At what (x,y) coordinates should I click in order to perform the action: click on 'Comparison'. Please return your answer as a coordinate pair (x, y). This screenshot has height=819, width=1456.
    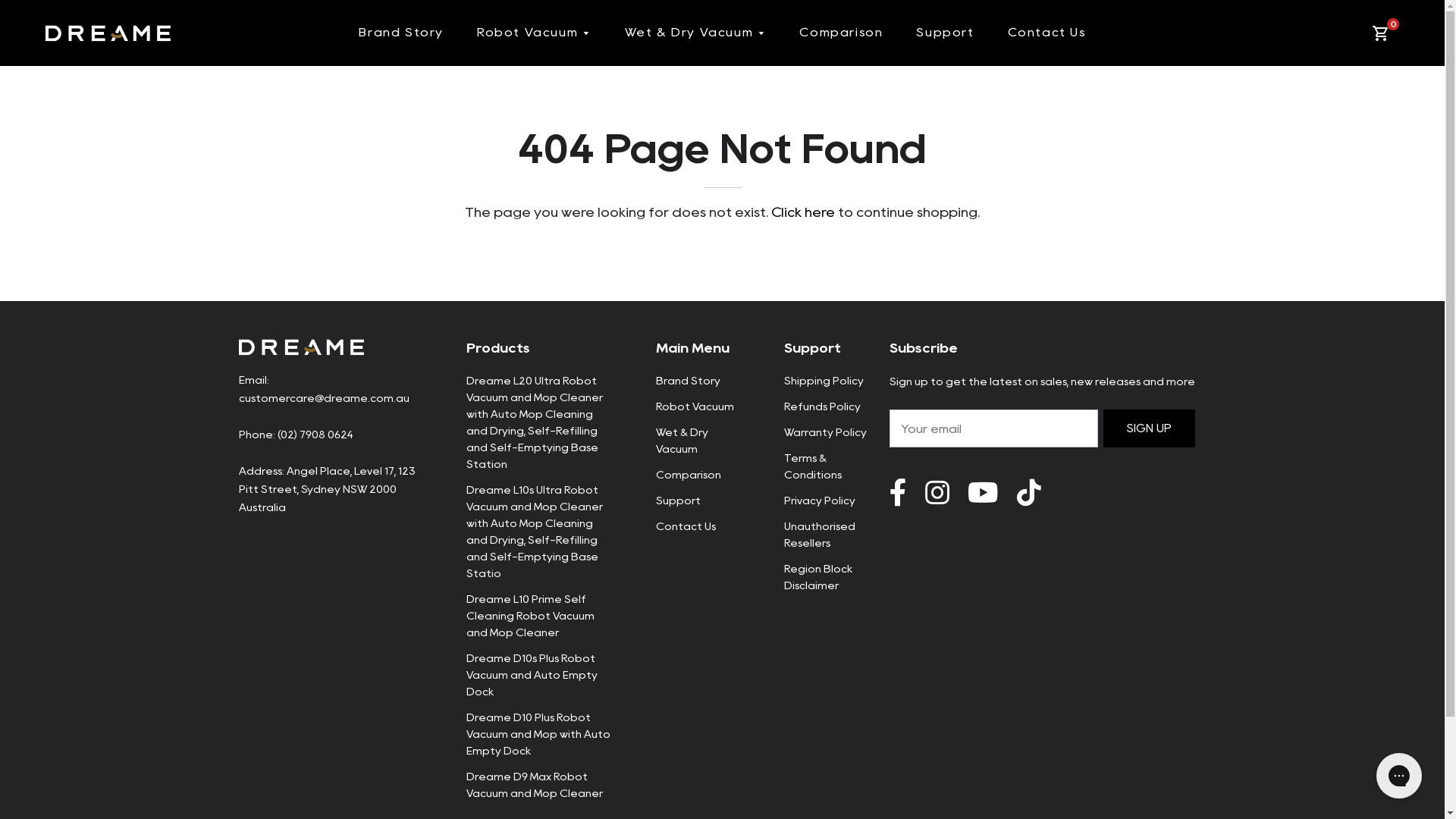
    Looking at the image, I should click on (839, 32).